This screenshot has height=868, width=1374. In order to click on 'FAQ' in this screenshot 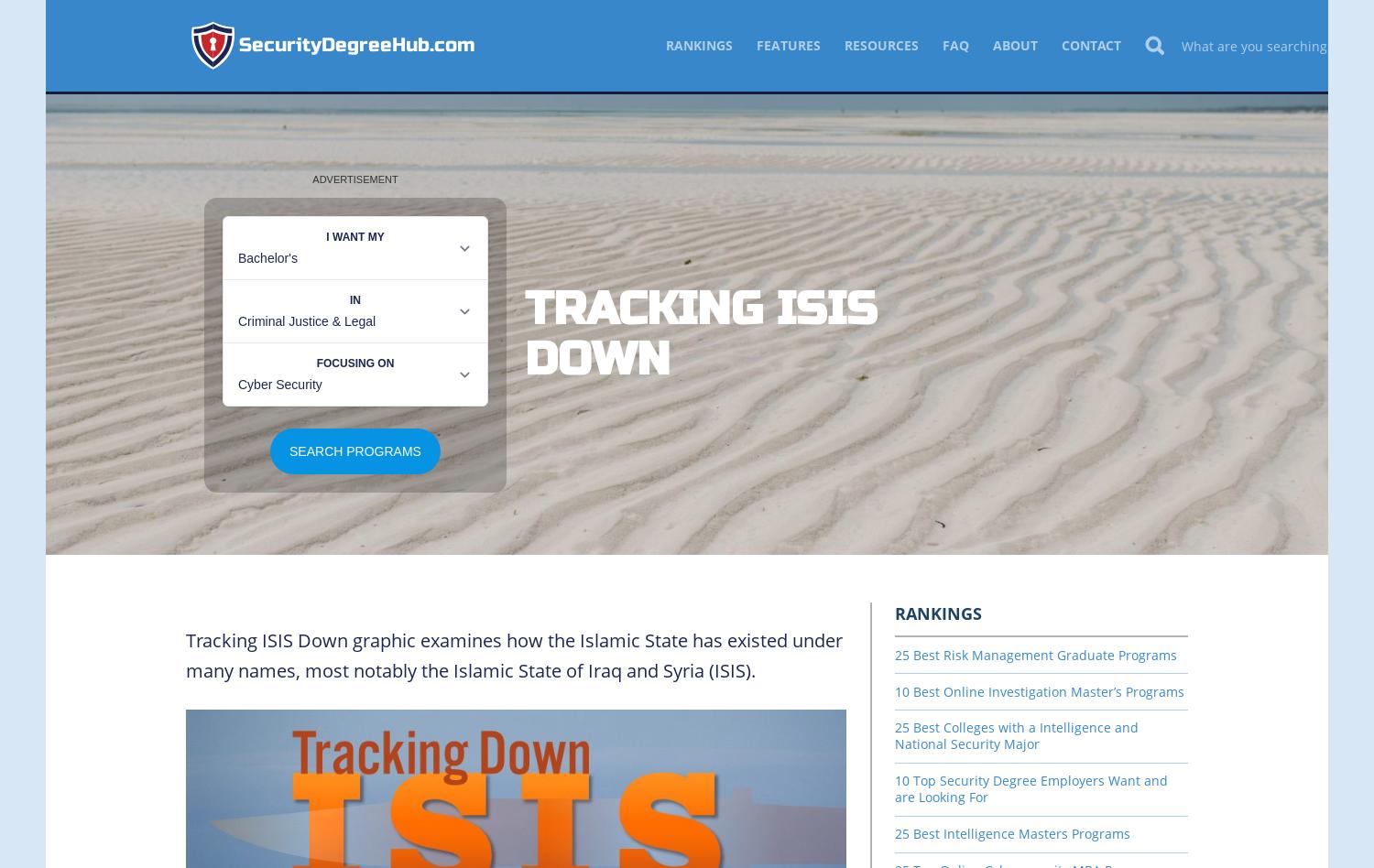, I will do `click(955, 45)`.